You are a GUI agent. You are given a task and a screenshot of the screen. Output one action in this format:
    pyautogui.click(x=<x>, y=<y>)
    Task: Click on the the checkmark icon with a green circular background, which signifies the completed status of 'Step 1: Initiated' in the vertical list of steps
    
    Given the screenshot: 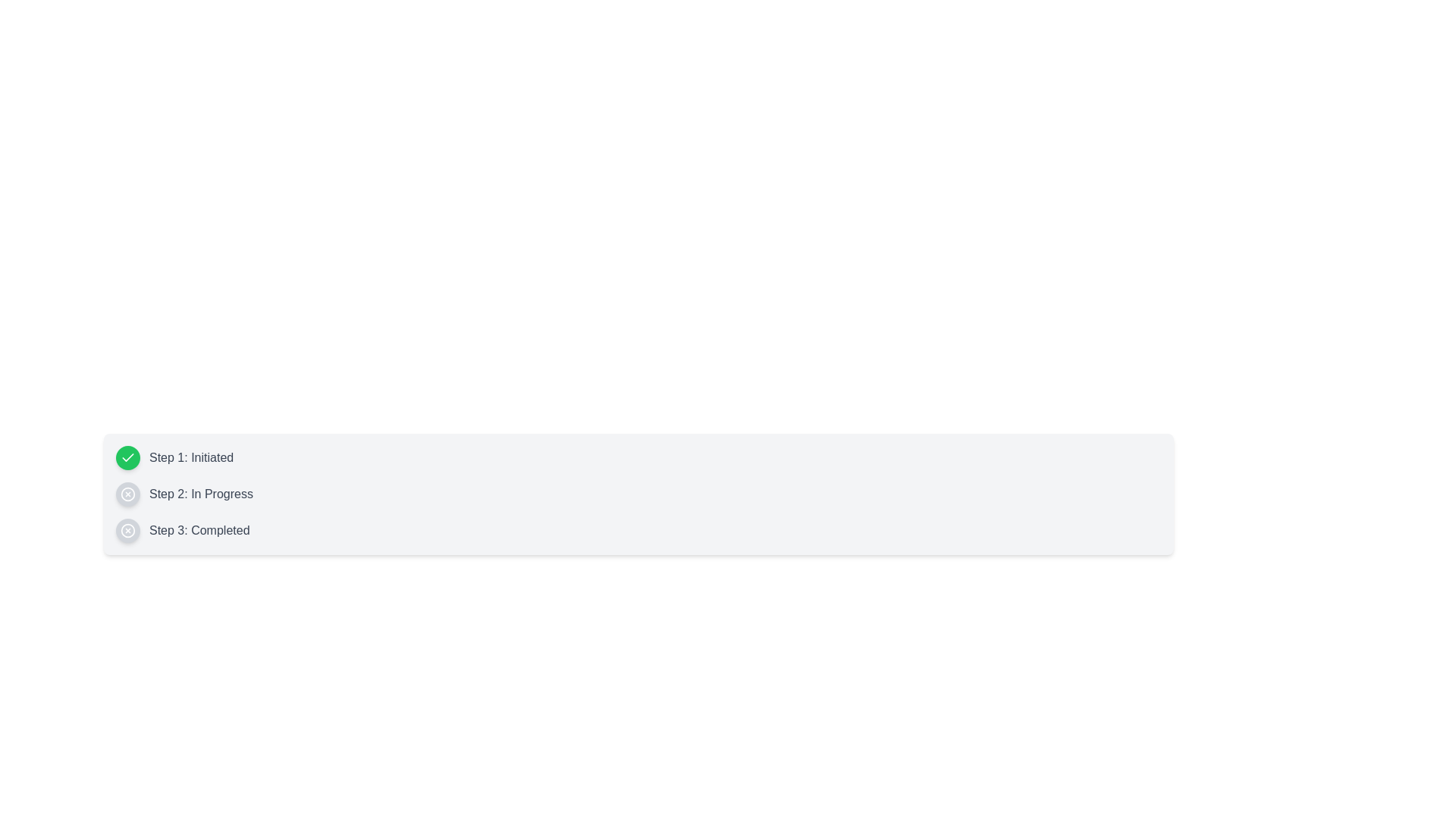 What is the action you would take?
    pyautogui.click(x=127, y=457)
    